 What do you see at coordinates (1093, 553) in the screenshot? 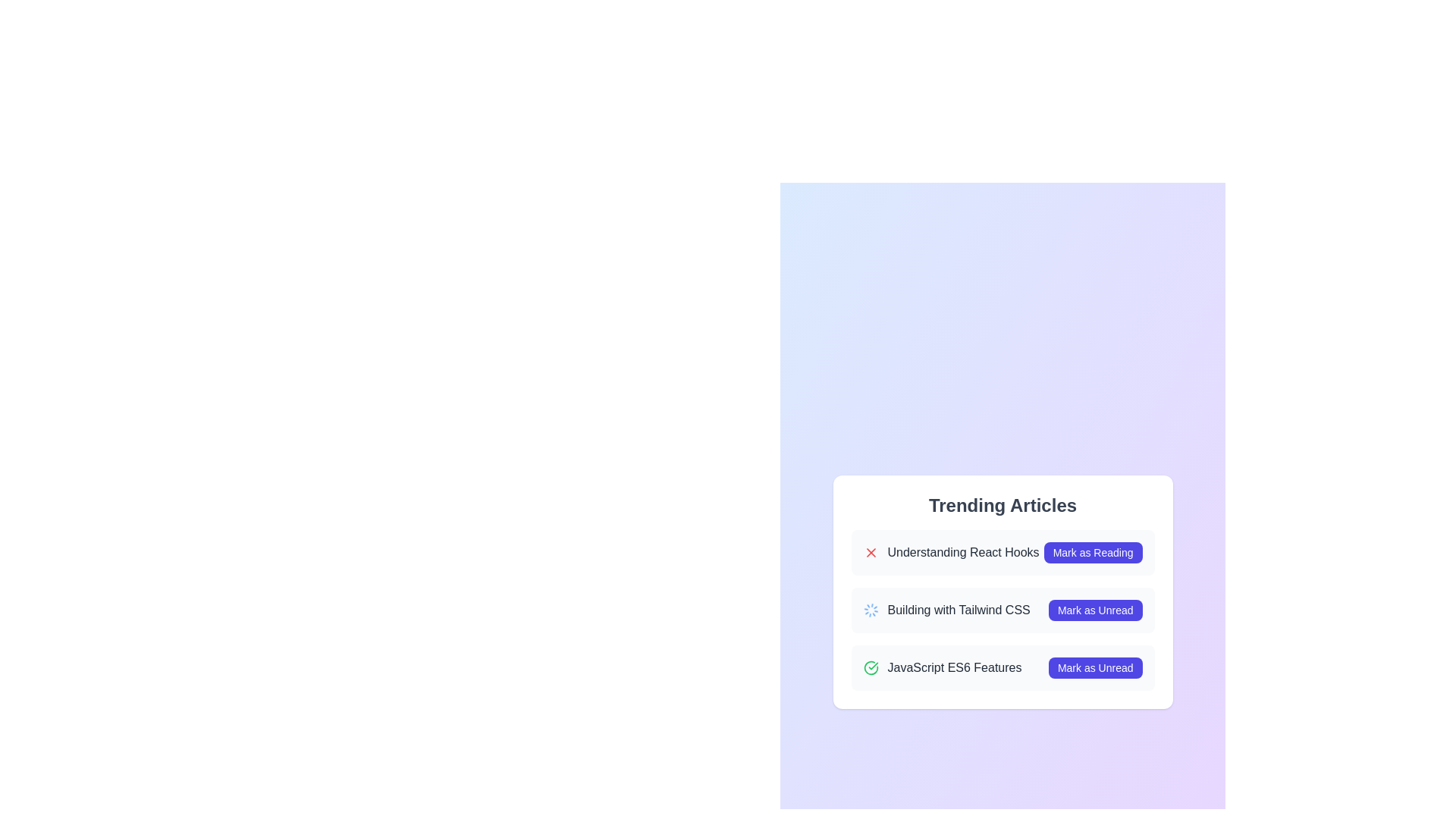
I see `the button that marks the article 'Understanding React Hooks' as read, located within the 'Trending Articles' section` at bounding box center [1093, 553].